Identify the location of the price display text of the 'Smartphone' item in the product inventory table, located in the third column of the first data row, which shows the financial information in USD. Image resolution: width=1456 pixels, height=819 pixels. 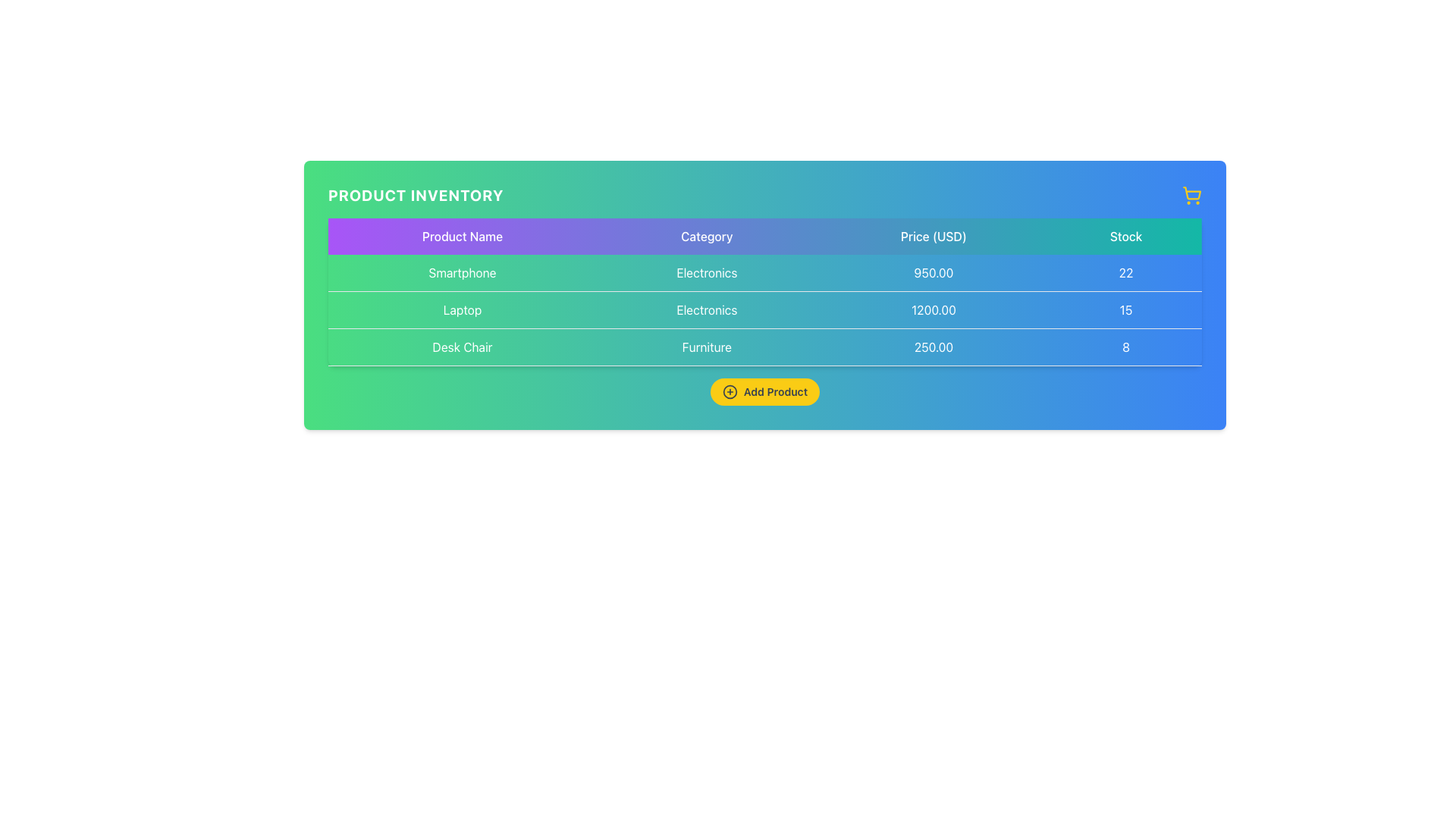
(933, 273).